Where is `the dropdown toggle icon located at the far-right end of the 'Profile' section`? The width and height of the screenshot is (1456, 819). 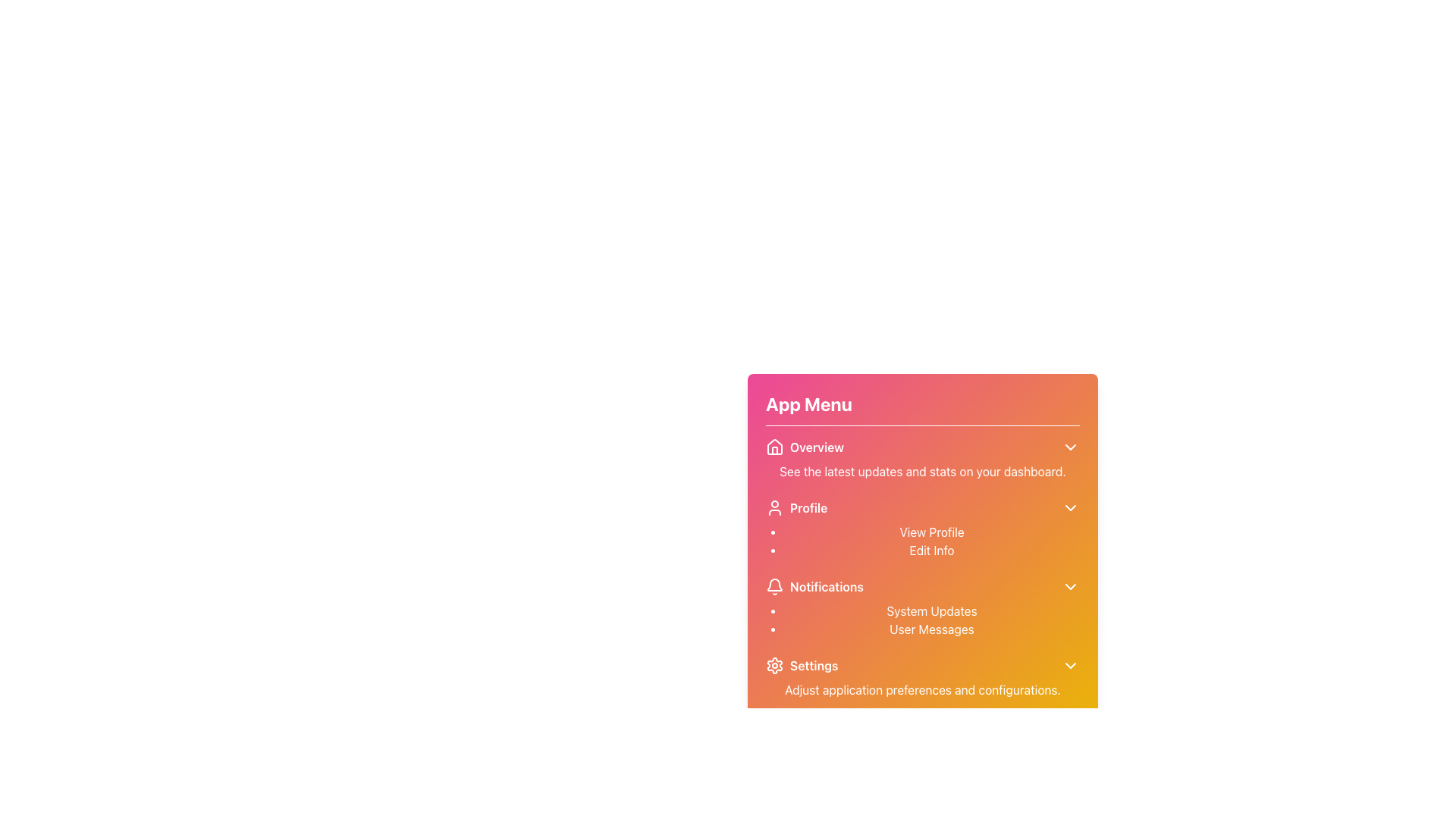 the dropdown toggle icon located at the far-right end of the 'Profile' section is located at coordinates (1069, 508).